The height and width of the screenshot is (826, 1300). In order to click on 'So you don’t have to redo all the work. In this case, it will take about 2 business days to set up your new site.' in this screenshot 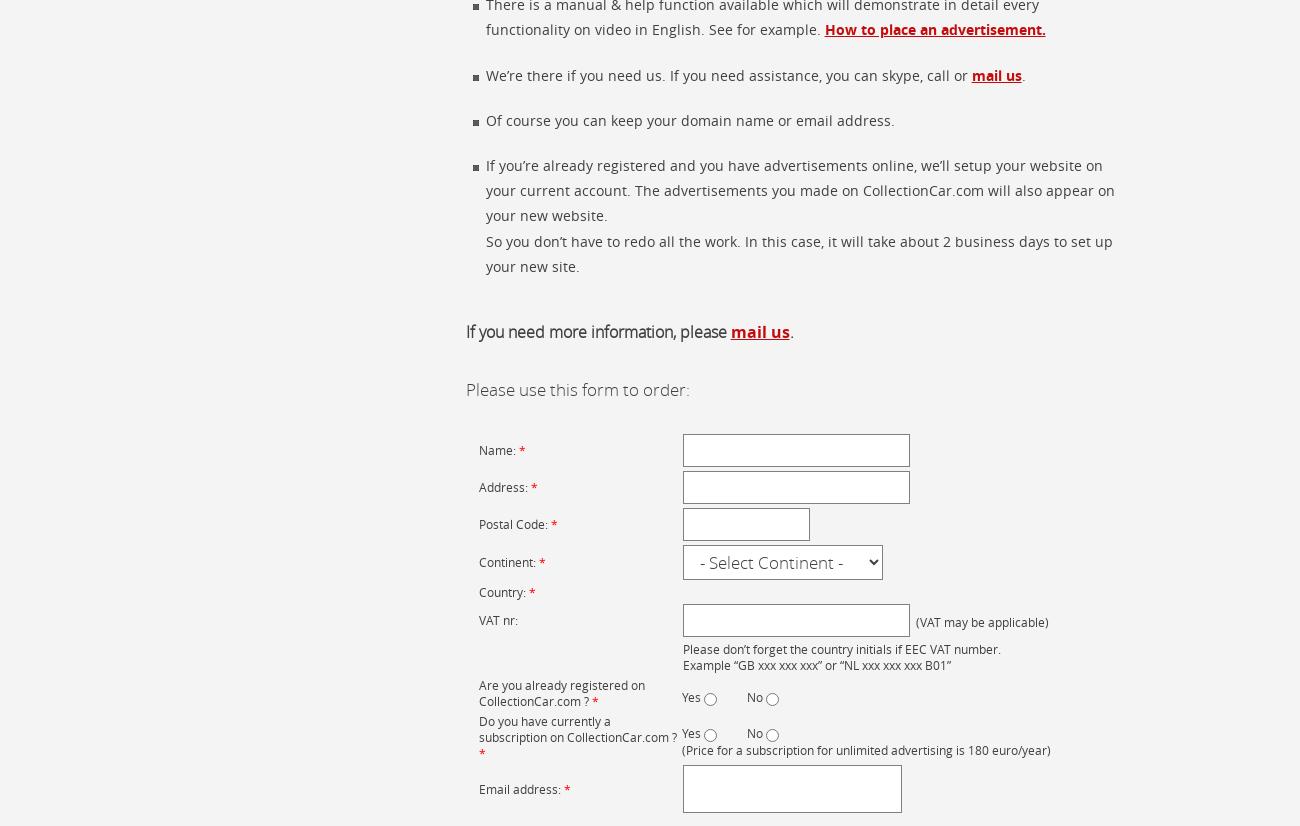, I will do `click(797, 253)`.